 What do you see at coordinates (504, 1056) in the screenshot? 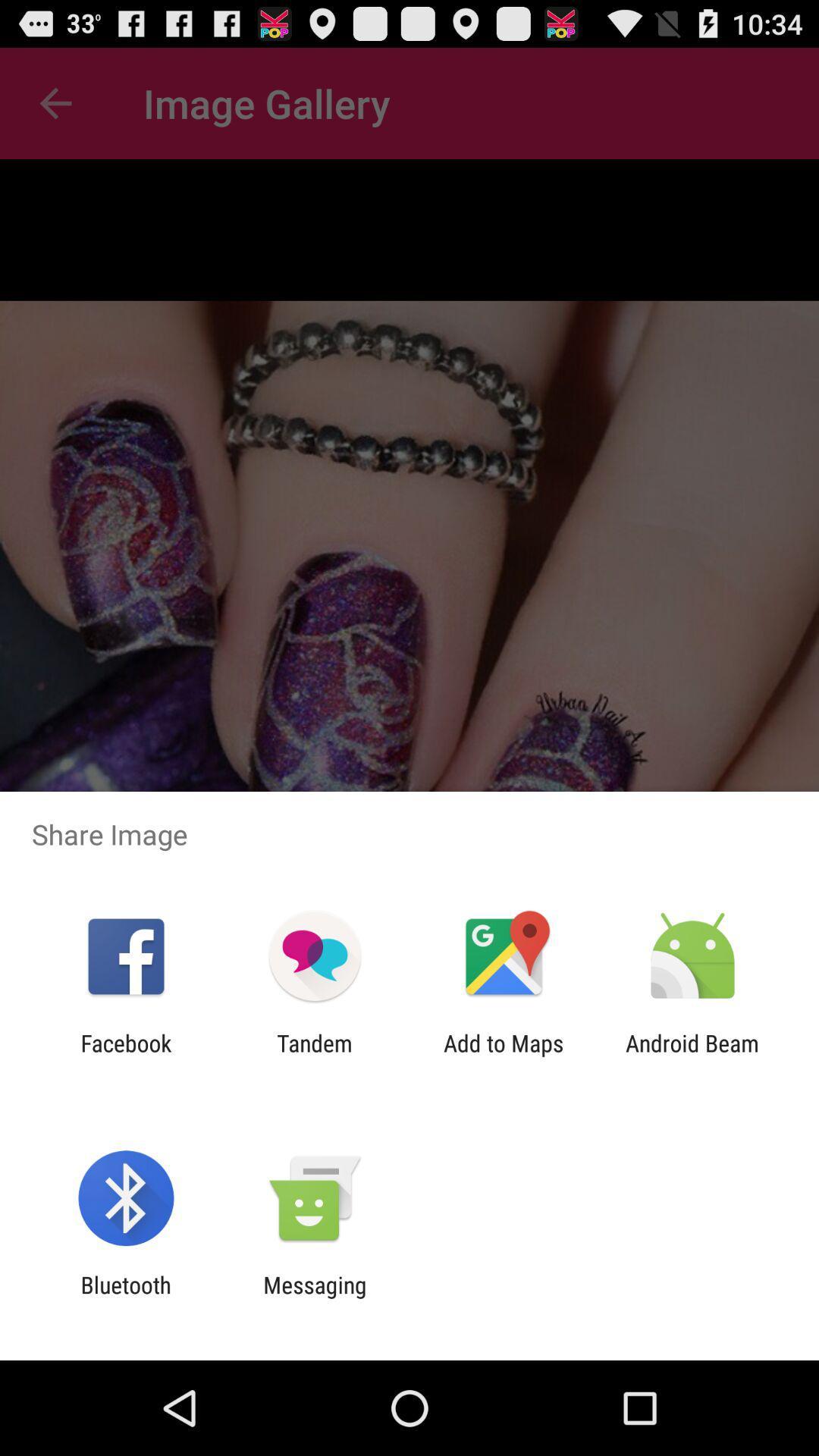
I see `app to the left of the android beam app` at bounding box center [504, 1056].